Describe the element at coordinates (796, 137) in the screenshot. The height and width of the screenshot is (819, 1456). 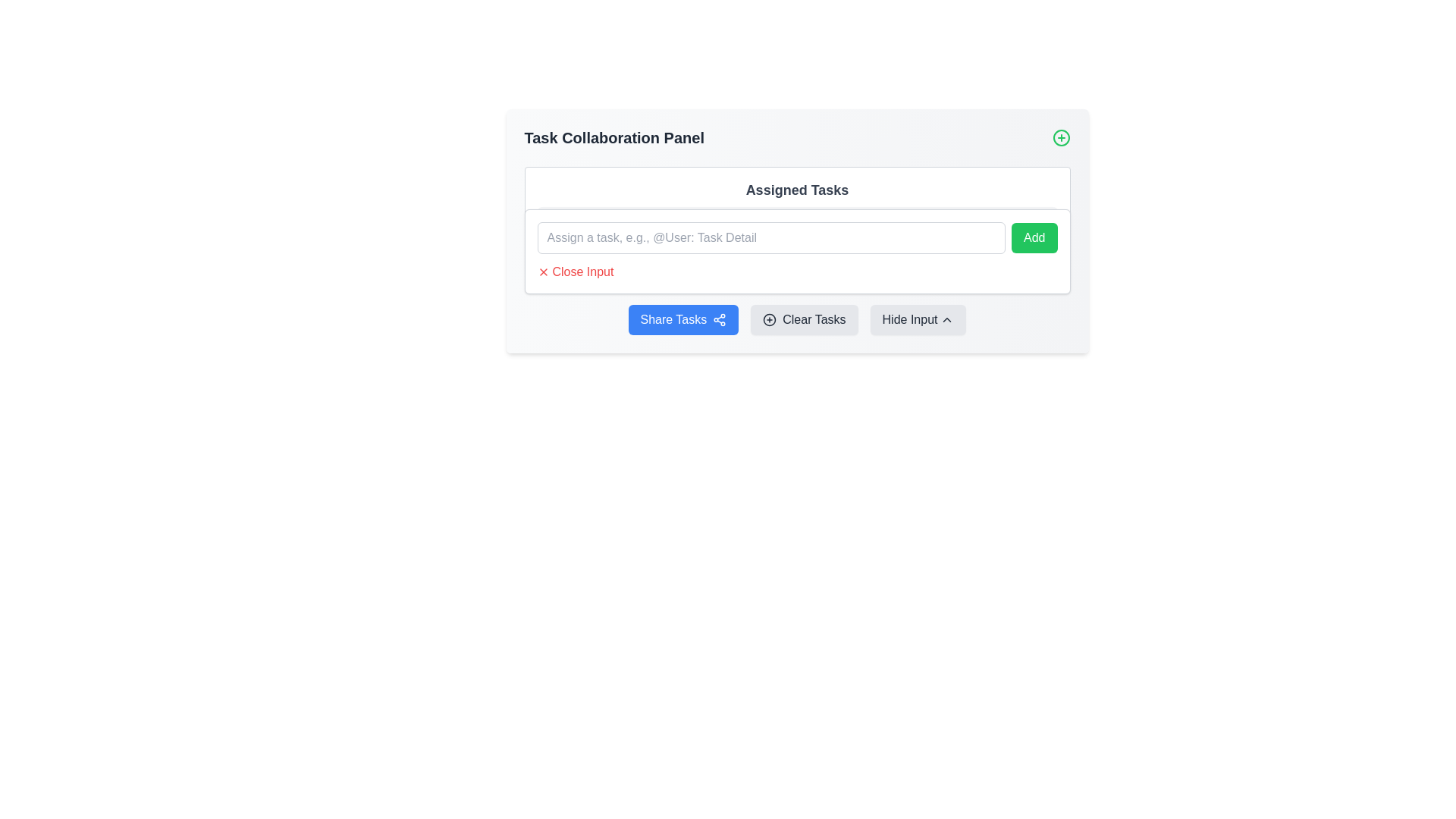
I see `the green circular action button with a plus sign next to the title 'Task Collaboration Panel'` at that location.